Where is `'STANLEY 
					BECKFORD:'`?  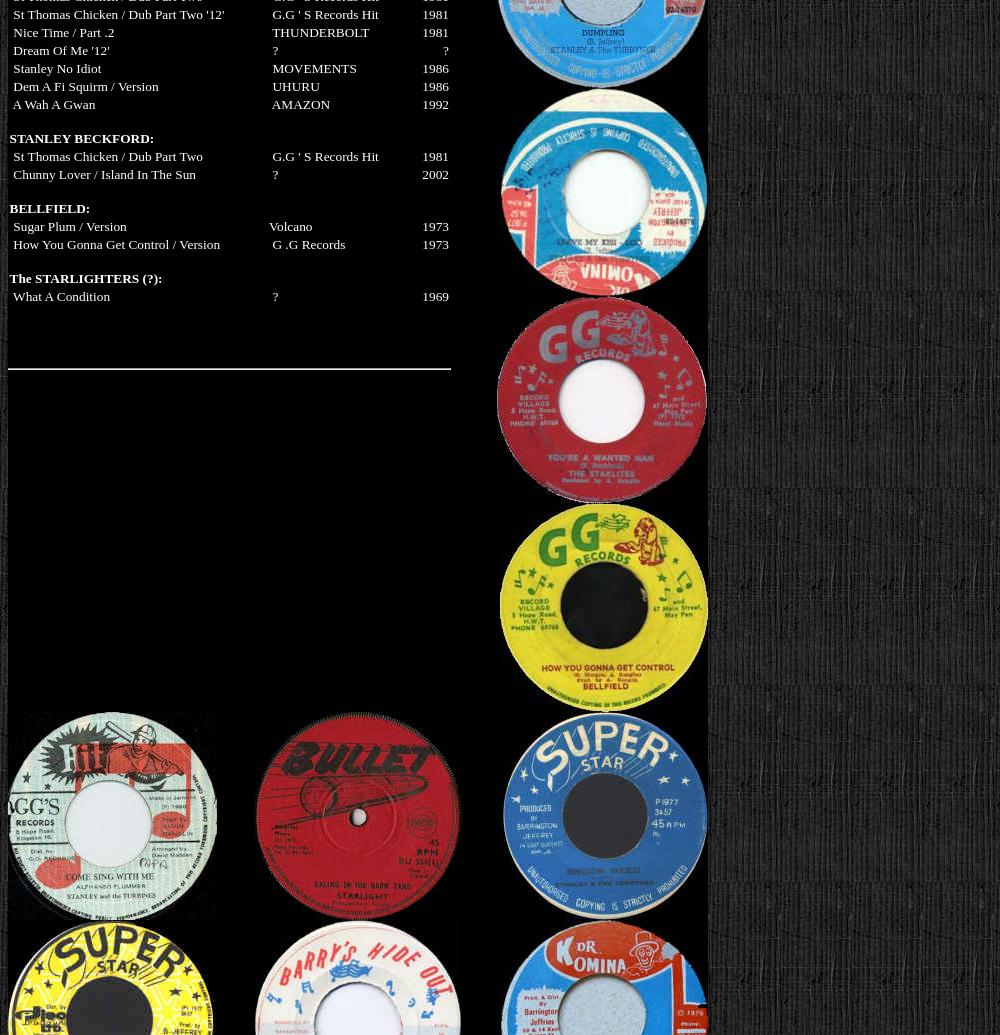 'STANLEY 
					BECKFORD:' is located at coordinates (80, 137).